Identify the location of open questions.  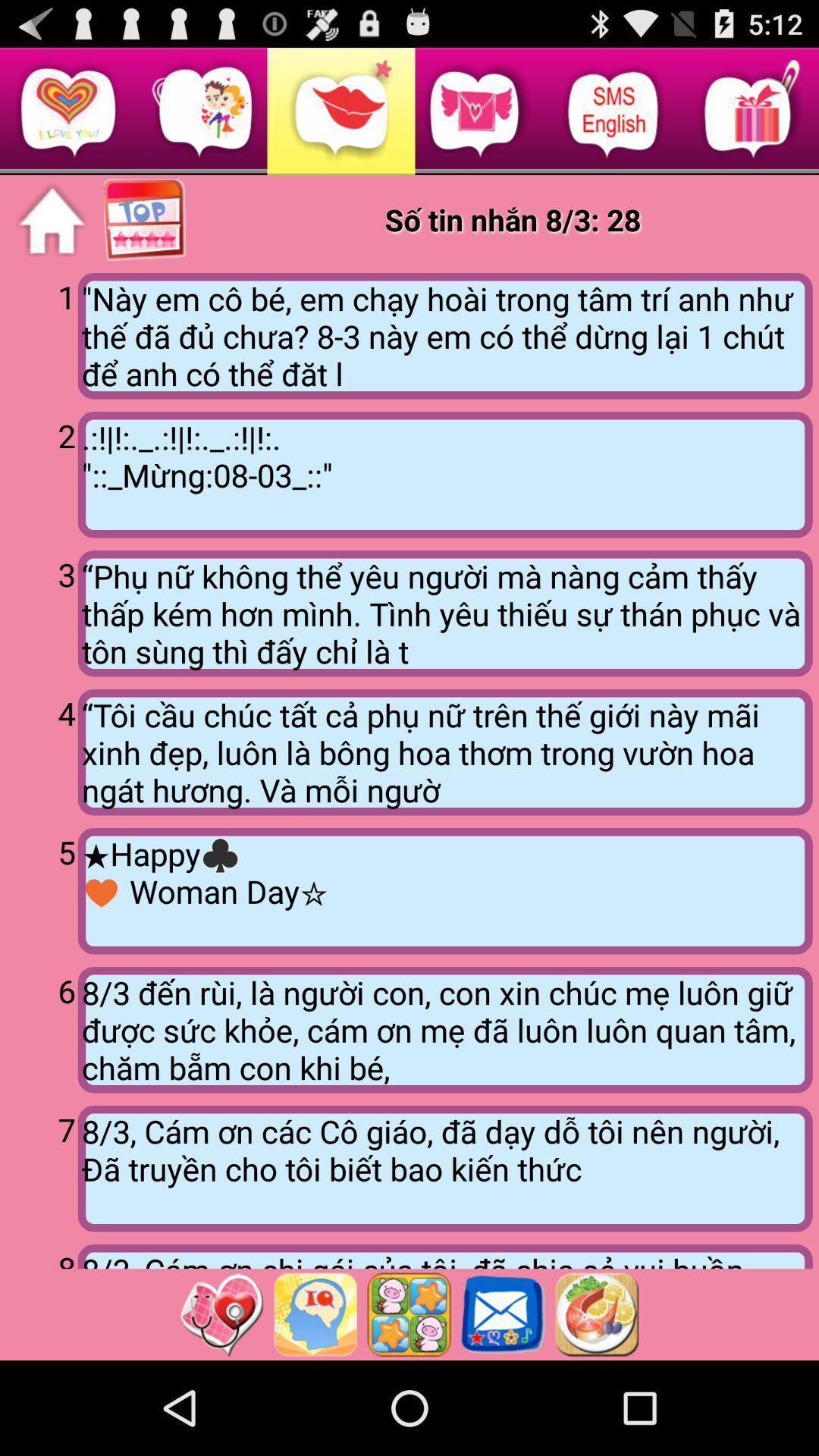
(314, 1313).